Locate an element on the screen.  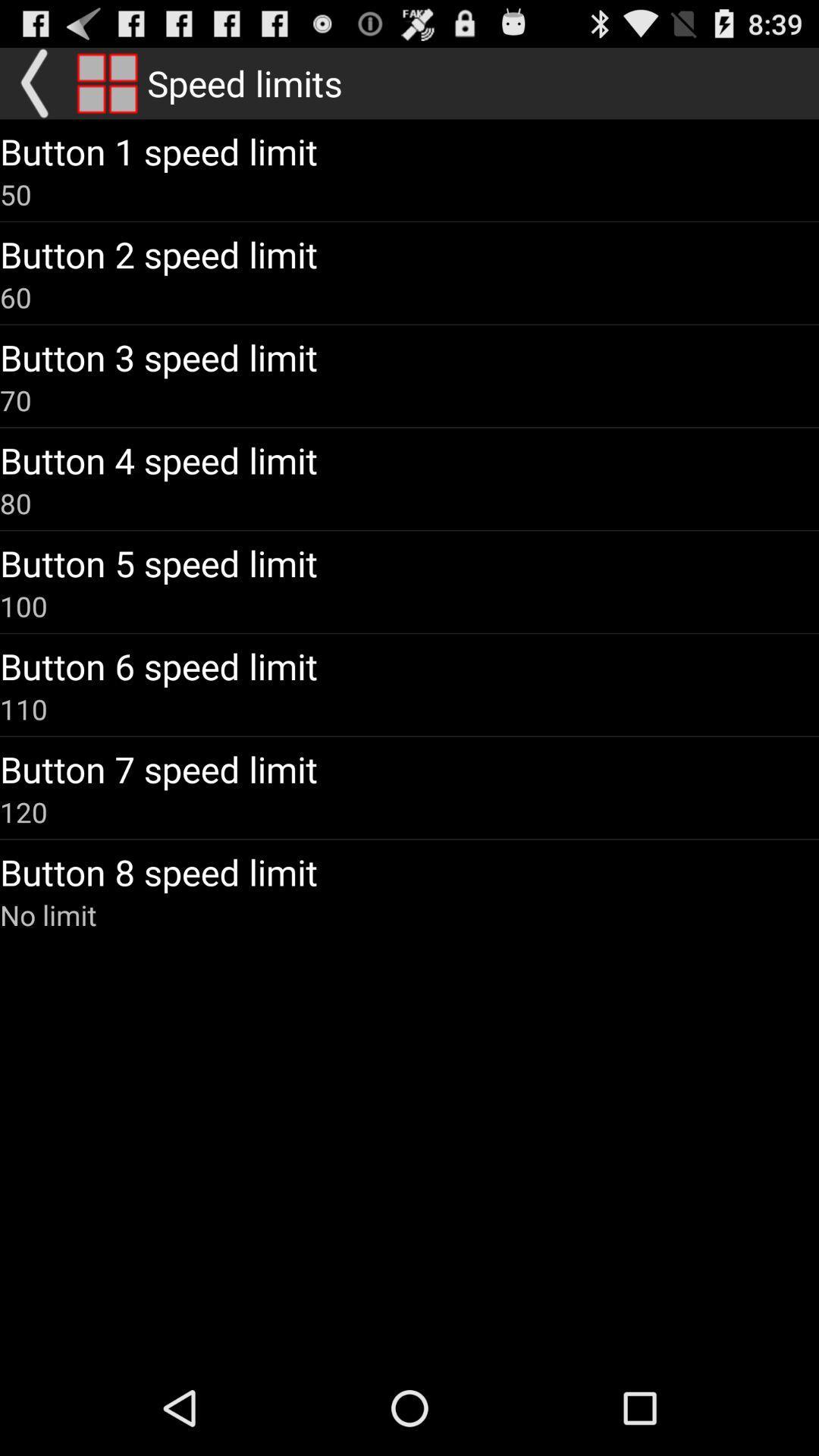
item above button 7 speed item is located at coordinates (24, 708).